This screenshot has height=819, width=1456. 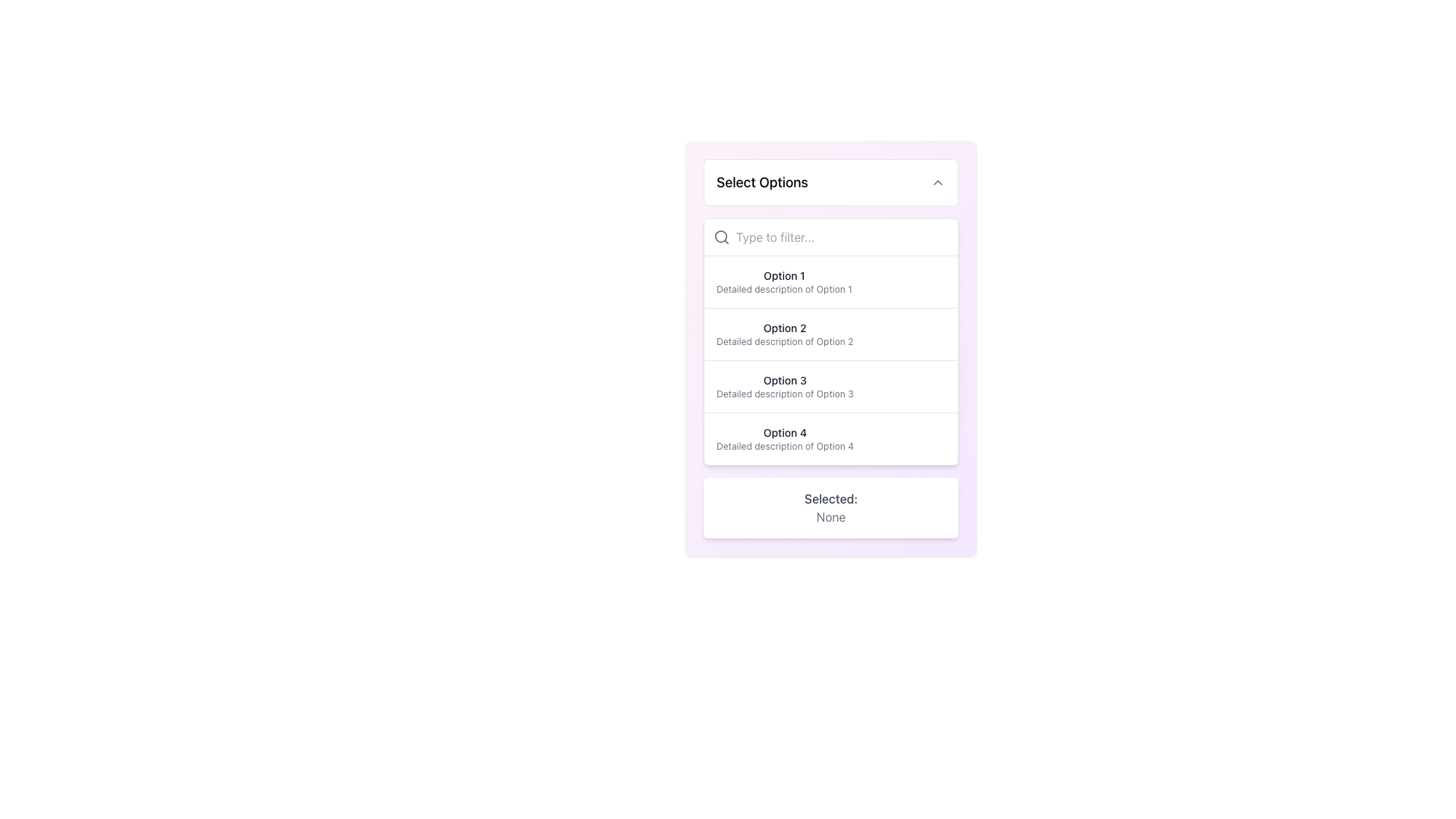 What do you see at coordinates (785, 432) in the screenshot?
I see `the Static Text Label that serves as a label for the fourth option in the list, which is located below the third option in a vertically stacked list` at bounding box center [785, 432].